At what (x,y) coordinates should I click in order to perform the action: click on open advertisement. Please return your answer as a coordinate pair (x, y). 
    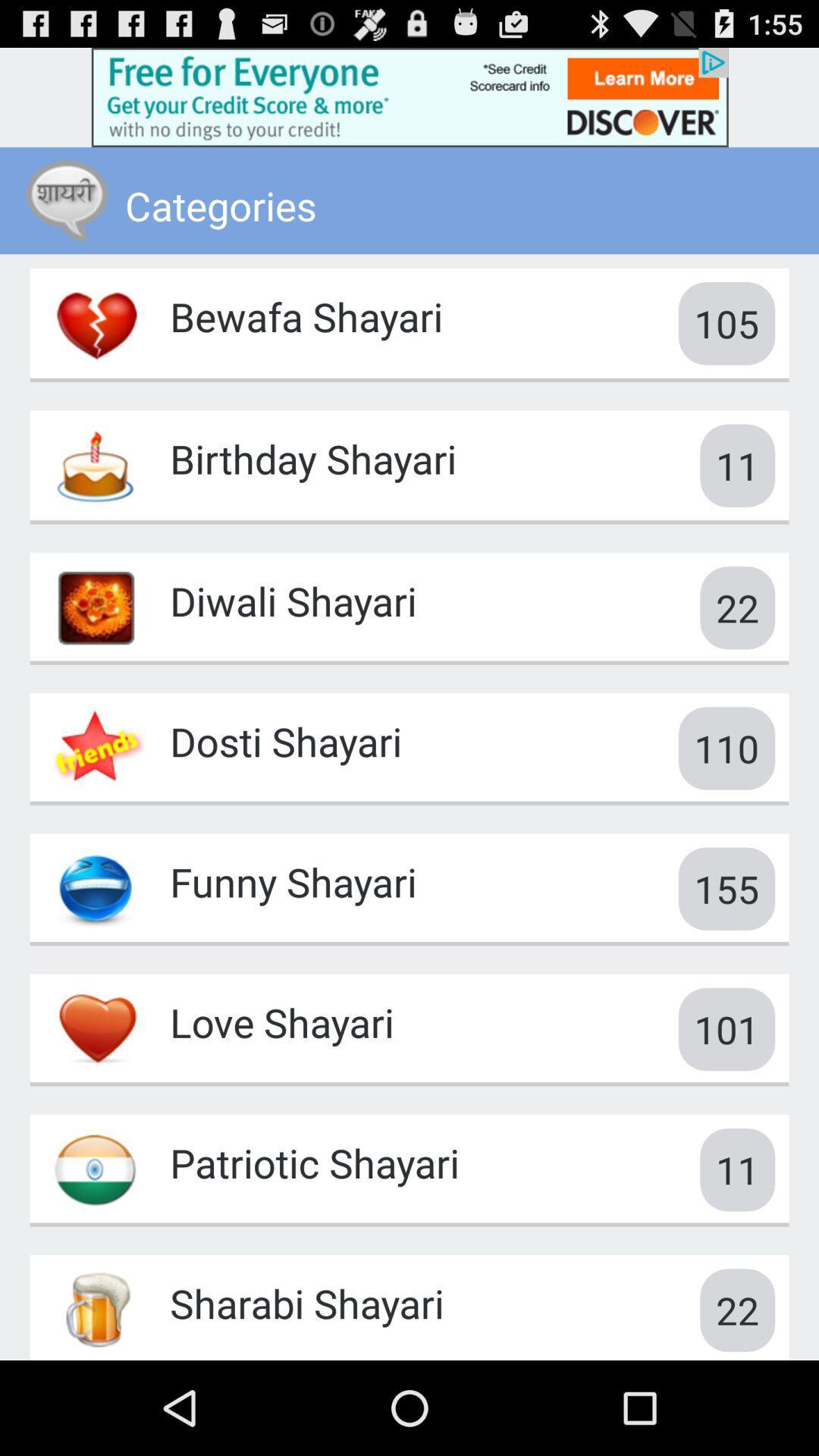
    Looking at the image, I should click on (409, 96).